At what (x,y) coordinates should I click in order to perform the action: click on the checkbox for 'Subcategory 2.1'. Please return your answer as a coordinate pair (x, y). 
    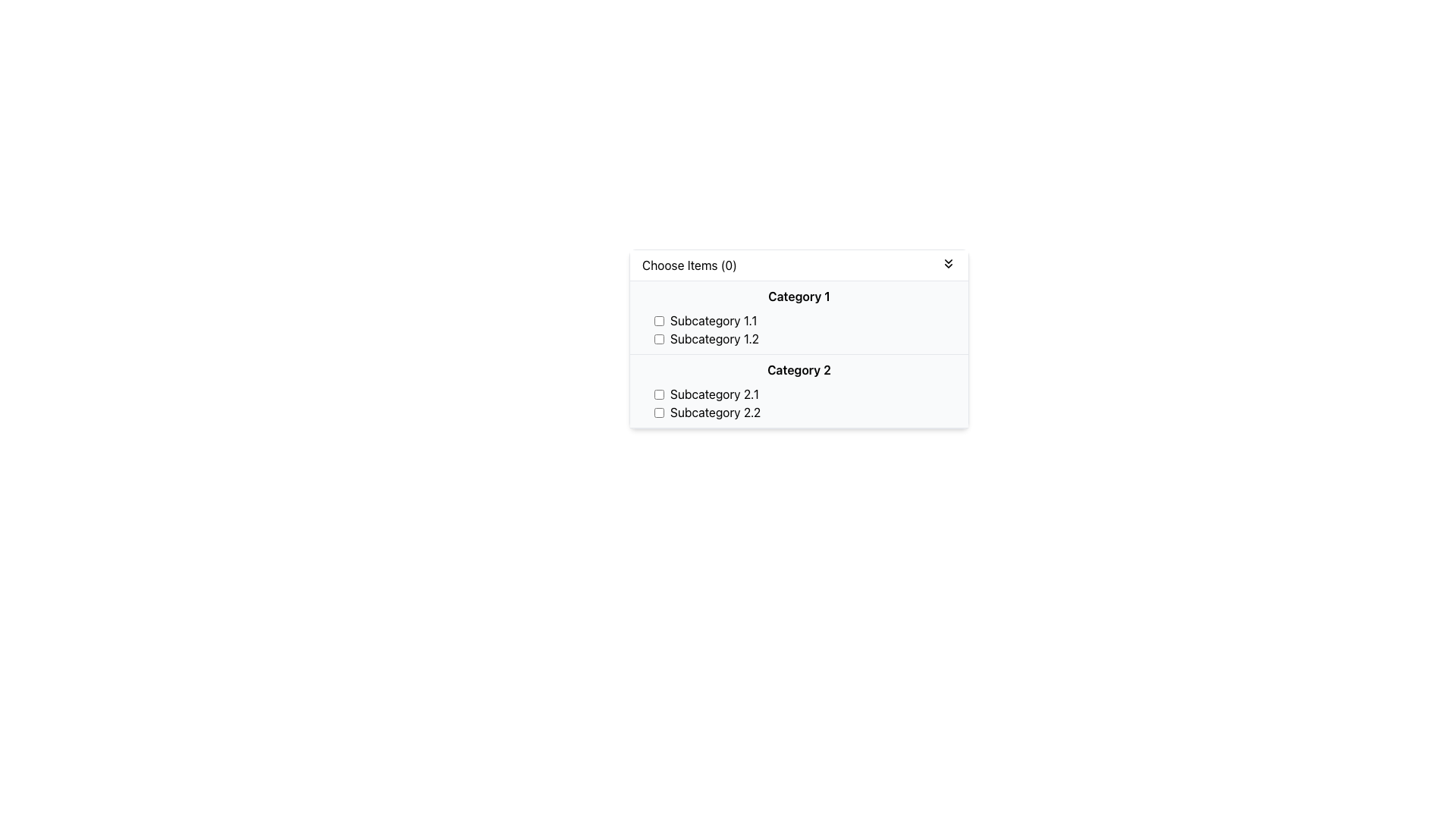
    Looking at the image, I should click on (659, 394).